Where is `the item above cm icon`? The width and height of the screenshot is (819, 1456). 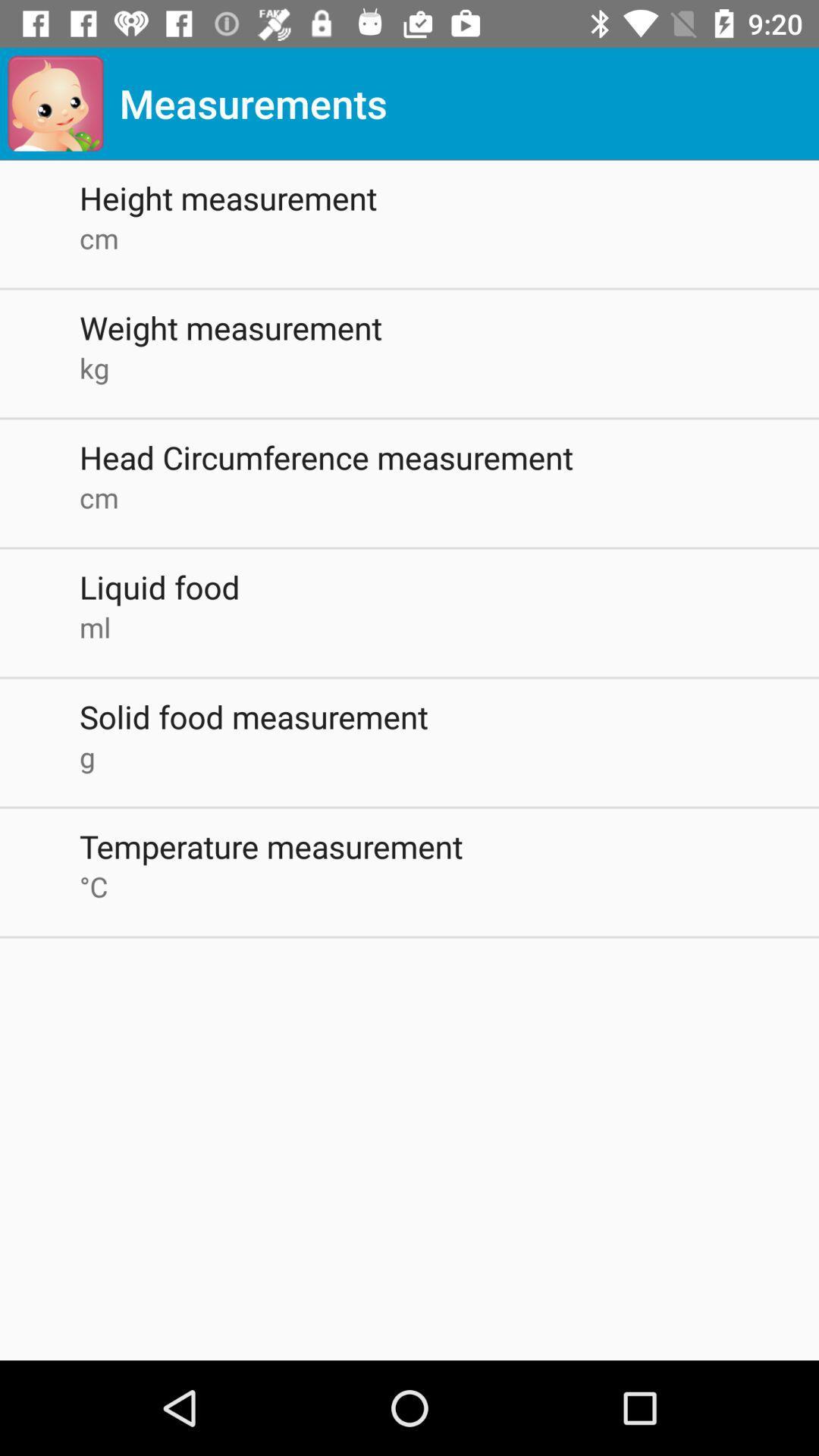 the item above cm icon is located at coordinates (448, 457).